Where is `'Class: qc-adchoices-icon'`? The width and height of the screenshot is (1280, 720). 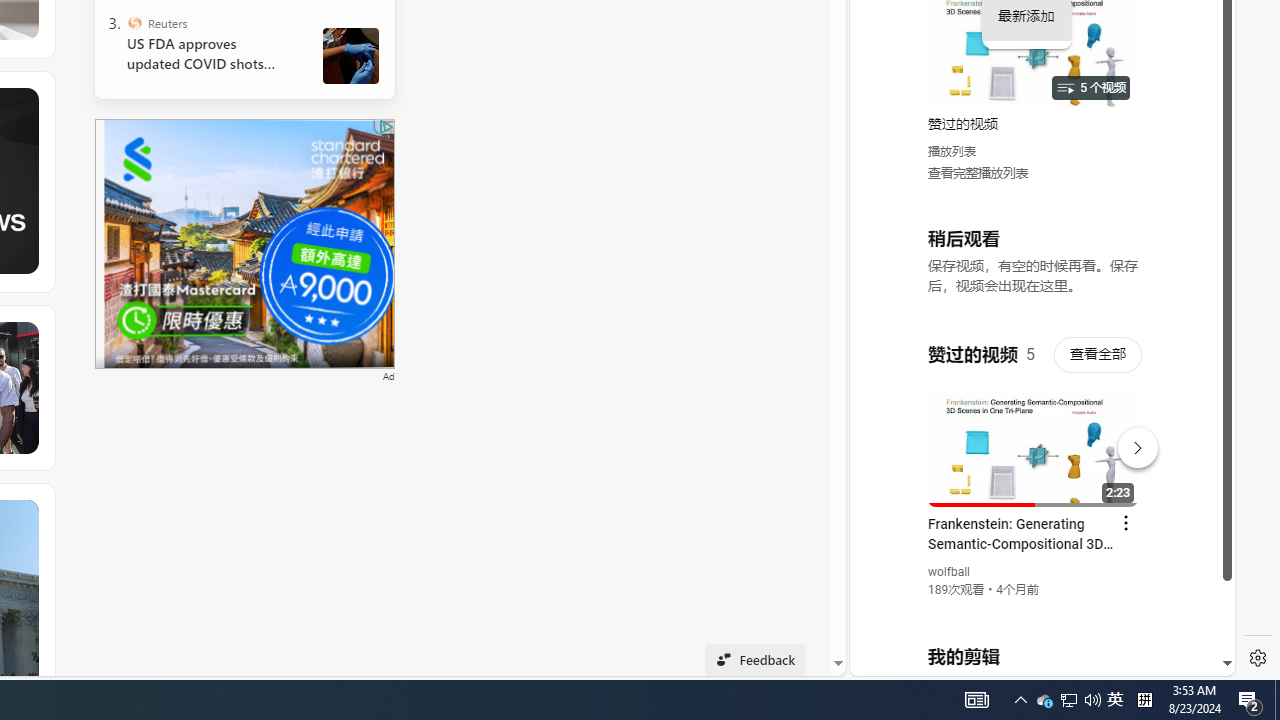
'Class: qc-adchoices-icon' is located at coordinates (386, 127).